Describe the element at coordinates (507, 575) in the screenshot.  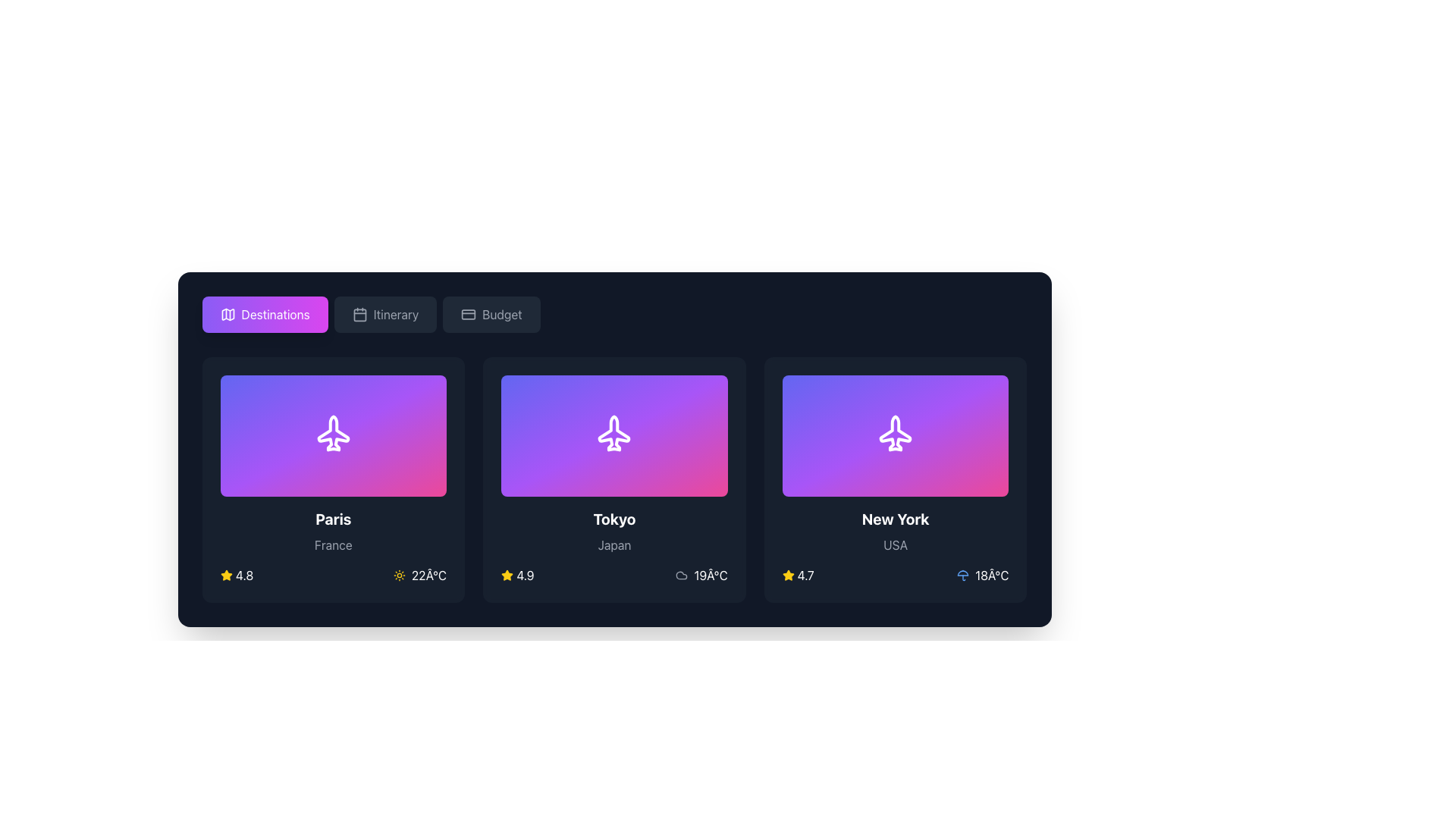
I see `the yellow star icon representing user ratings located at the bottom left corner of the 'Paris' card` at that location.